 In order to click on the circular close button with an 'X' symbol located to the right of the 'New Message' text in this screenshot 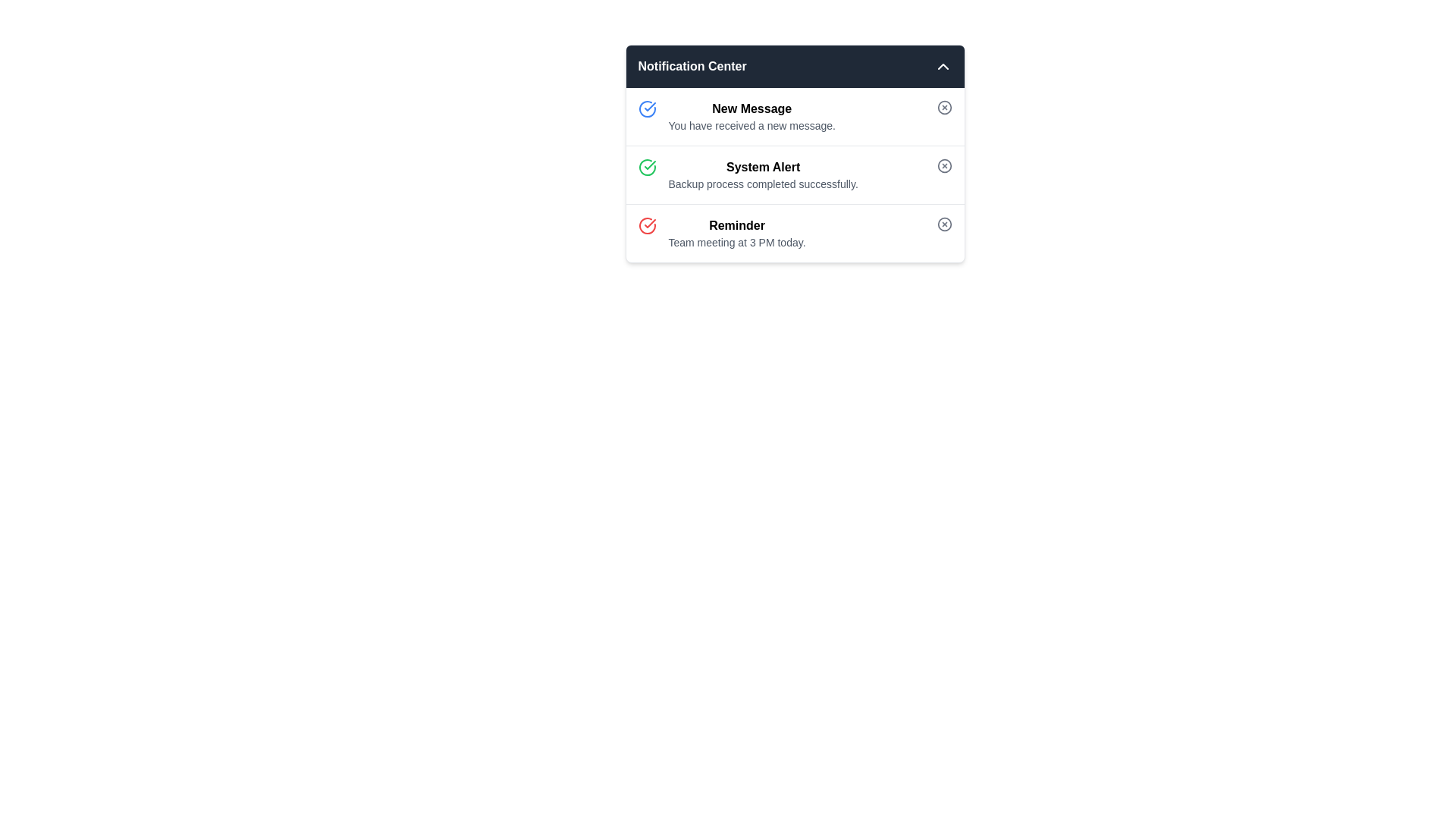, I will do `click(943, 107)`.